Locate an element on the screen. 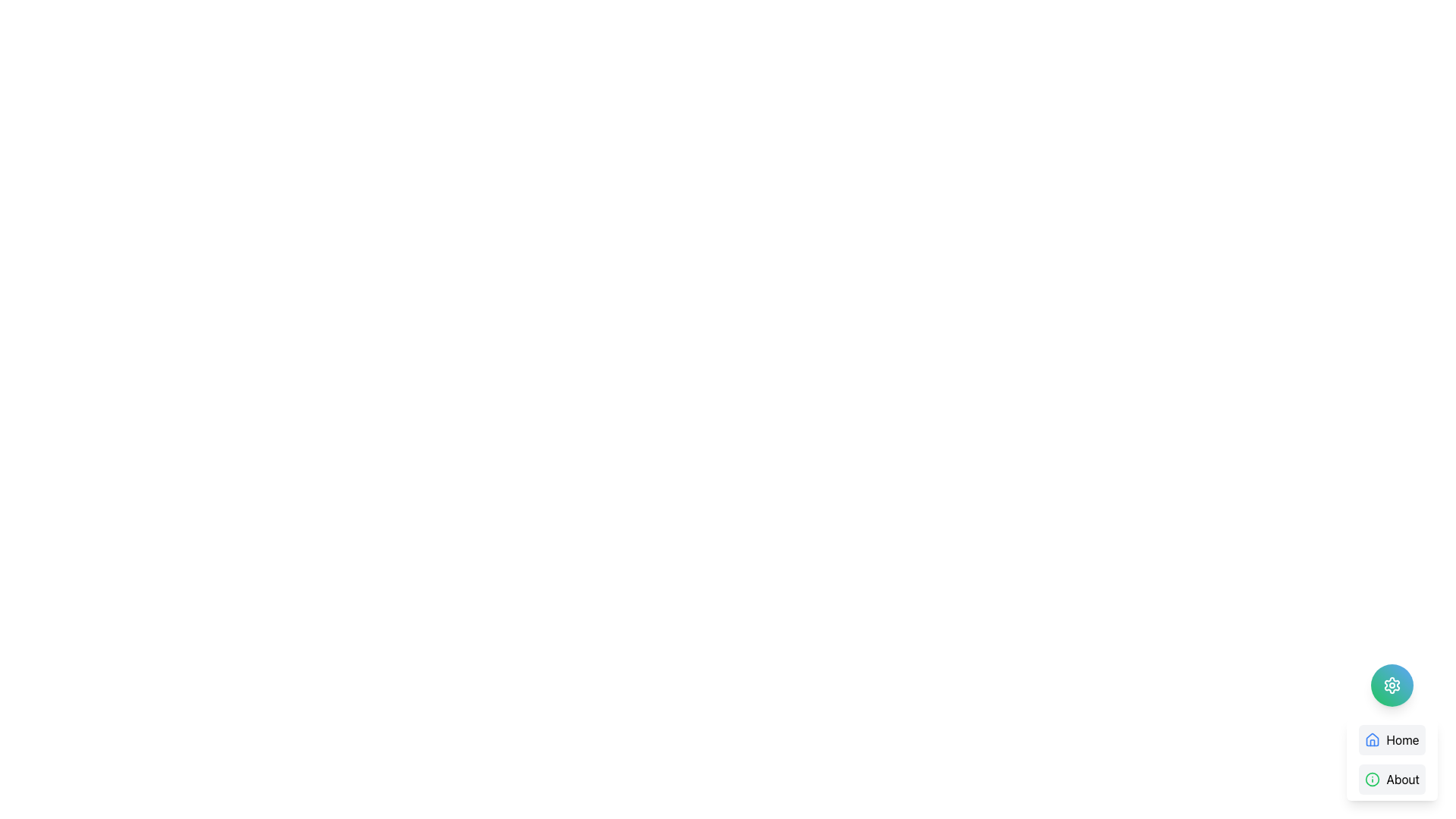  the gear-shaped settings icon located within the circular button at the bottom right corner of the interface is located at coordinates (1392, 685).